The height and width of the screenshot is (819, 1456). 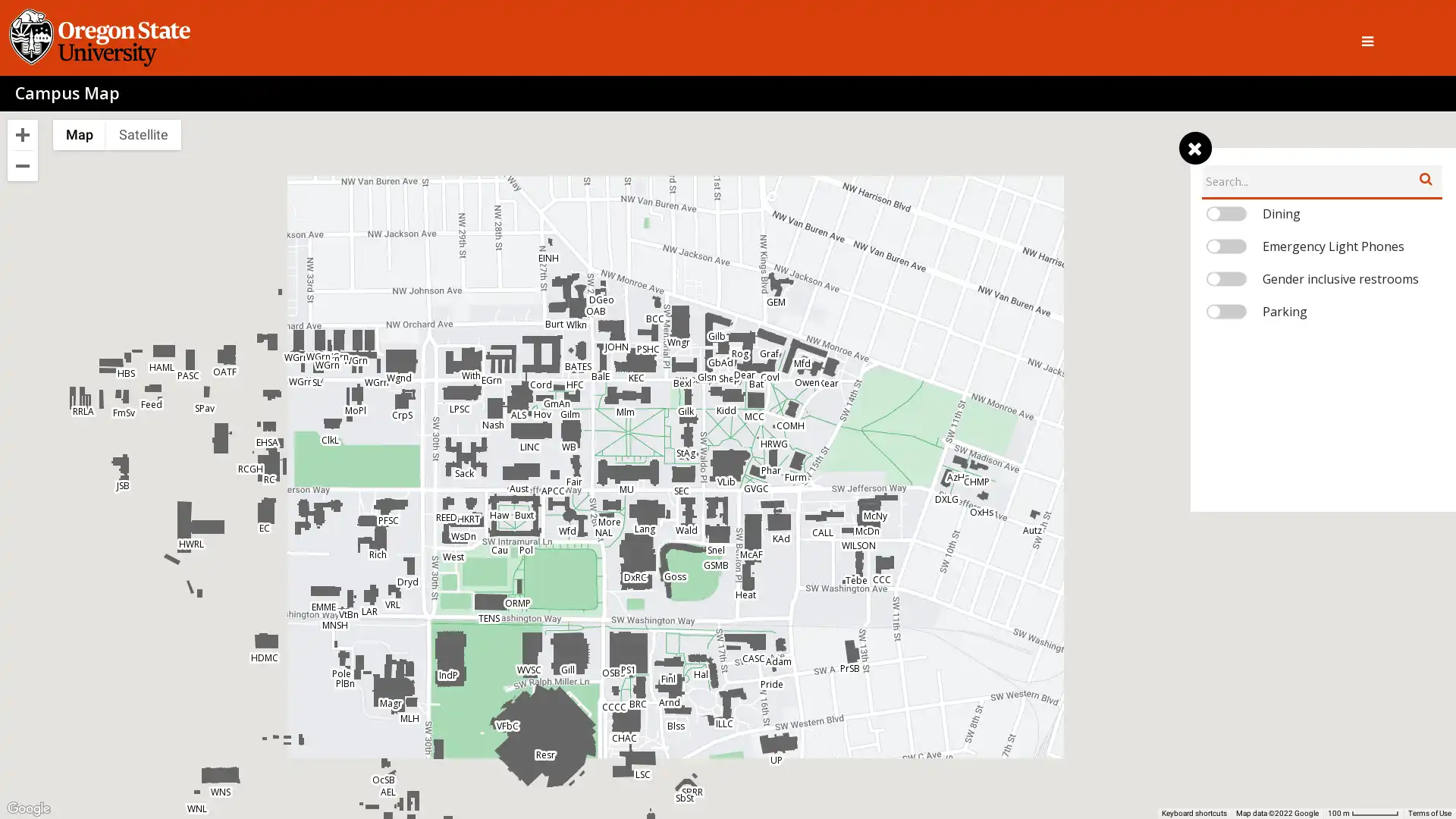 What do you see at coordinates (22, 166) in the screenshot?
I see `Zoom out` at bounding box center [22, 166].